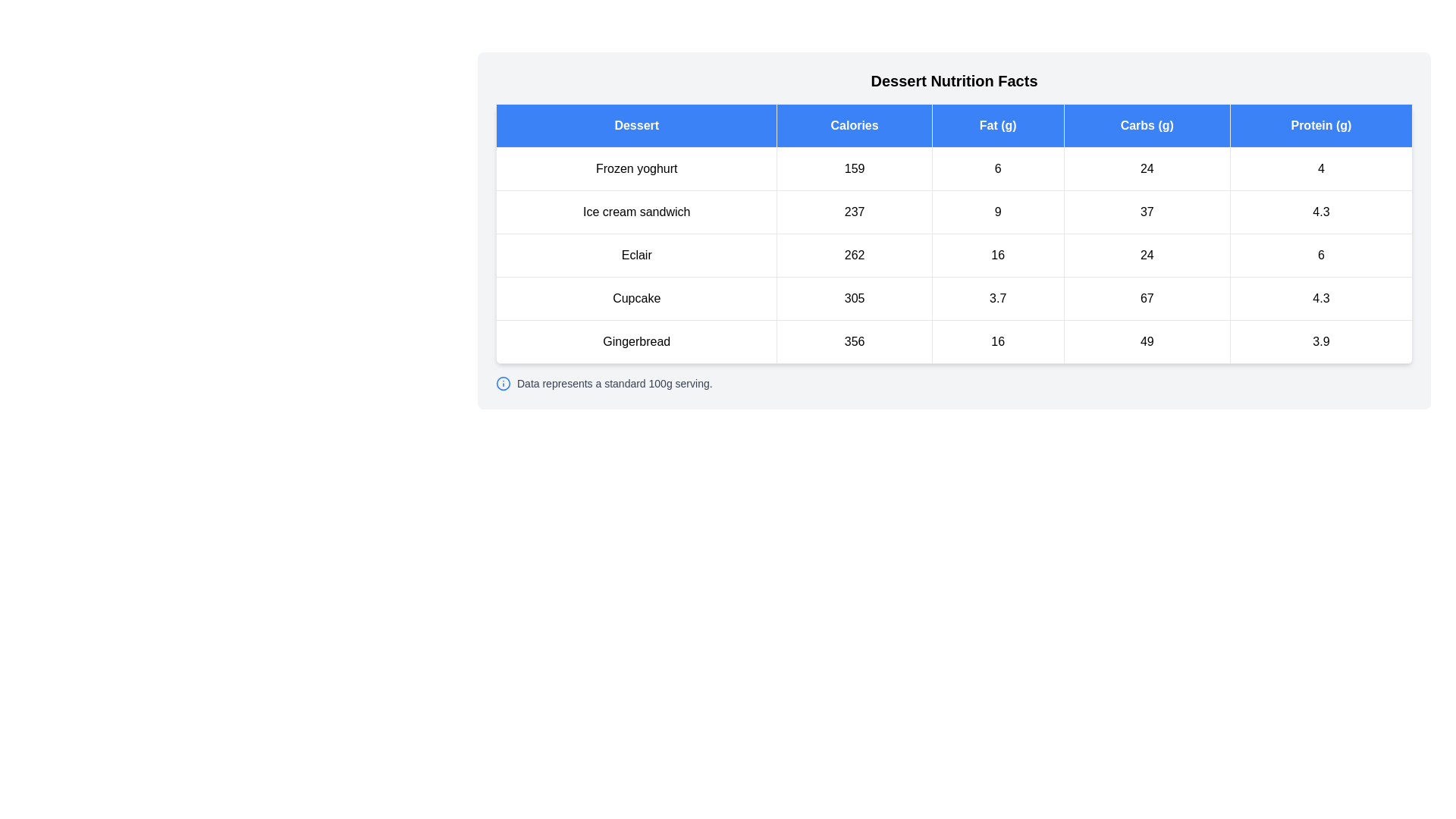 This screenshot has height=819, width=1456. I want to click on the text element corresponding to Gingerbread, so click(636, 342).